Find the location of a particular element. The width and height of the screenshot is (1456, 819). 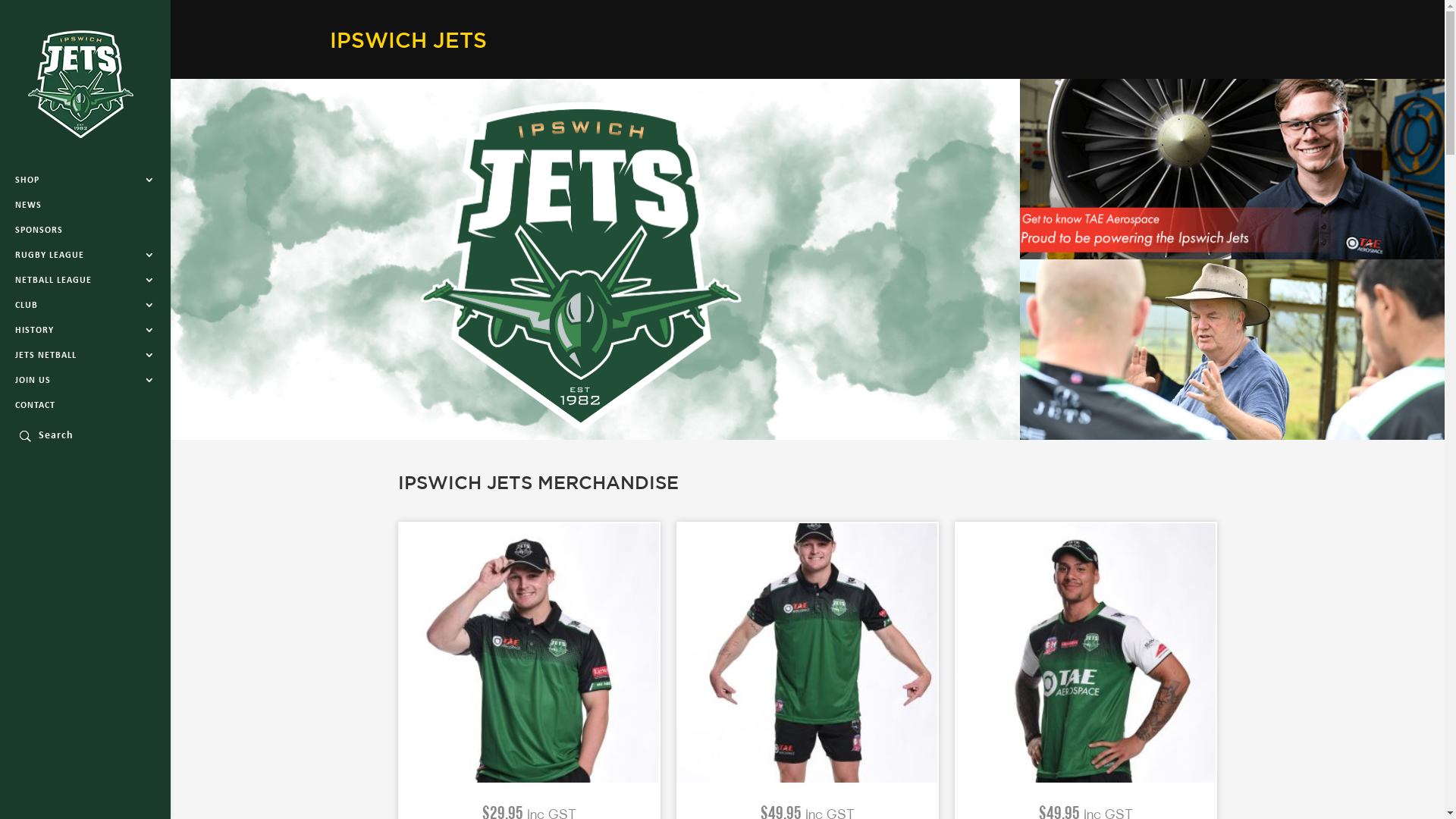

'SPONSORS' is located at coordinates (84, 231).